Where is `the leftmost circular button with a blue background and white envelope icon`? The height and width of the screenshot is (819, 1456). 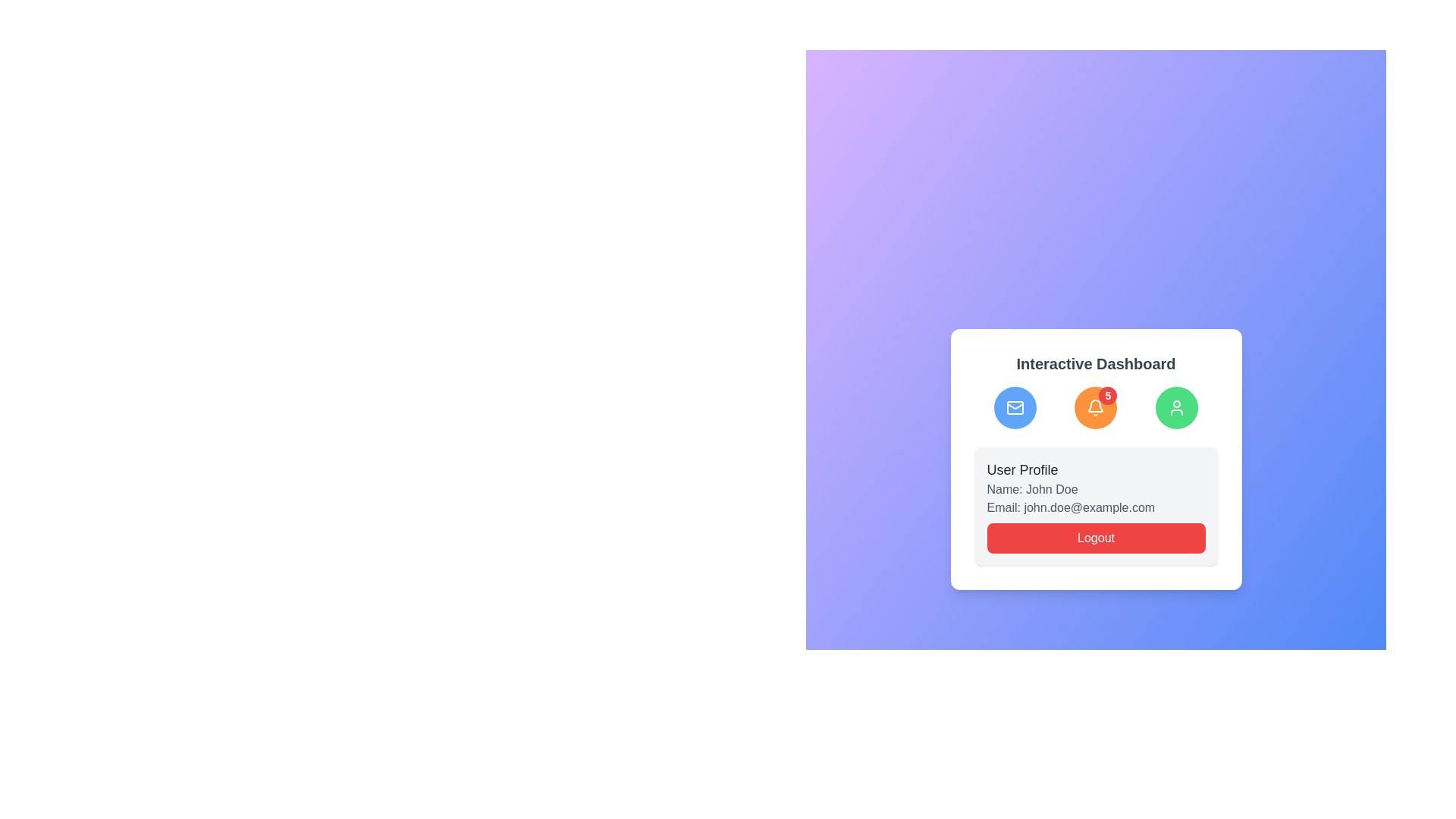 the leftmost circular button with a blue background and white envelope icon is located at coordinates (1015, 406).